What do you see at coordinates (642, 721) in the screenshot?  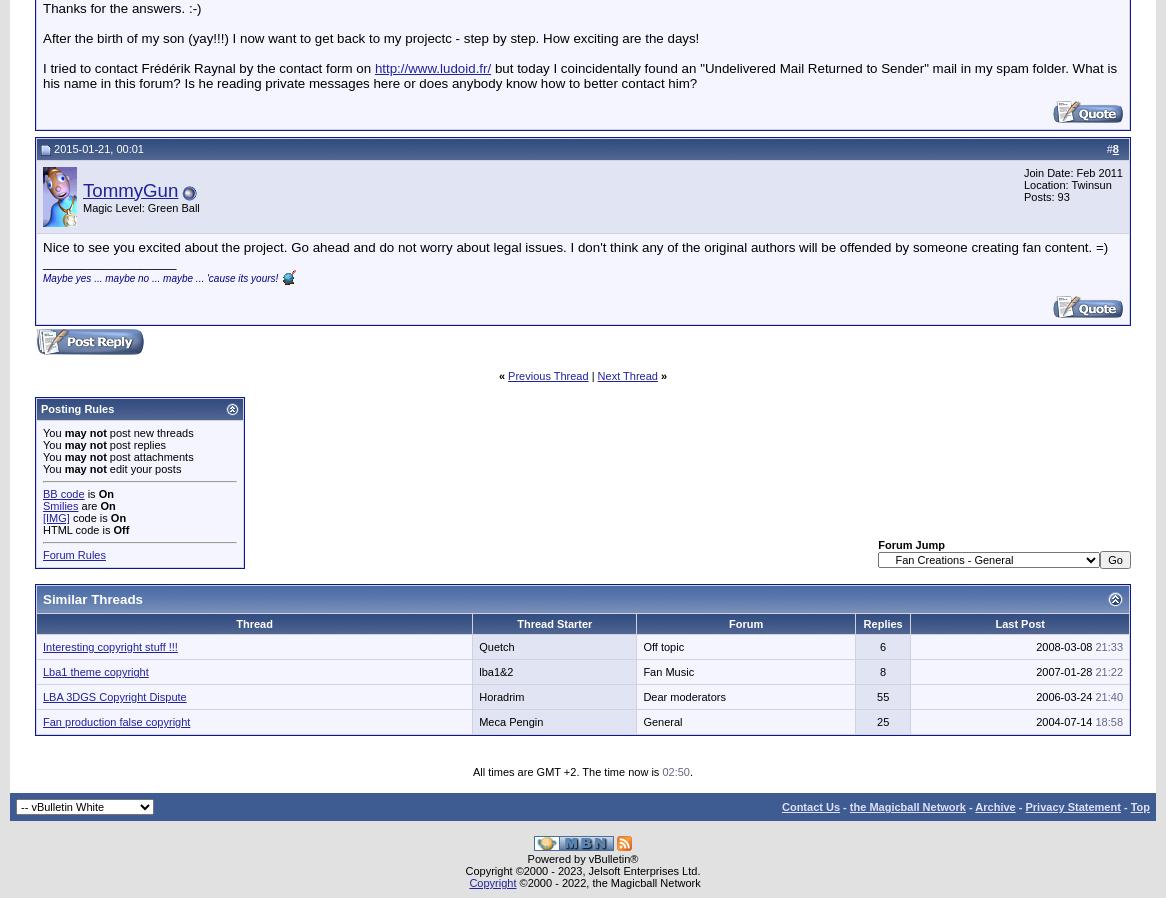 I see `'General'` at bounding box center [642, 721].